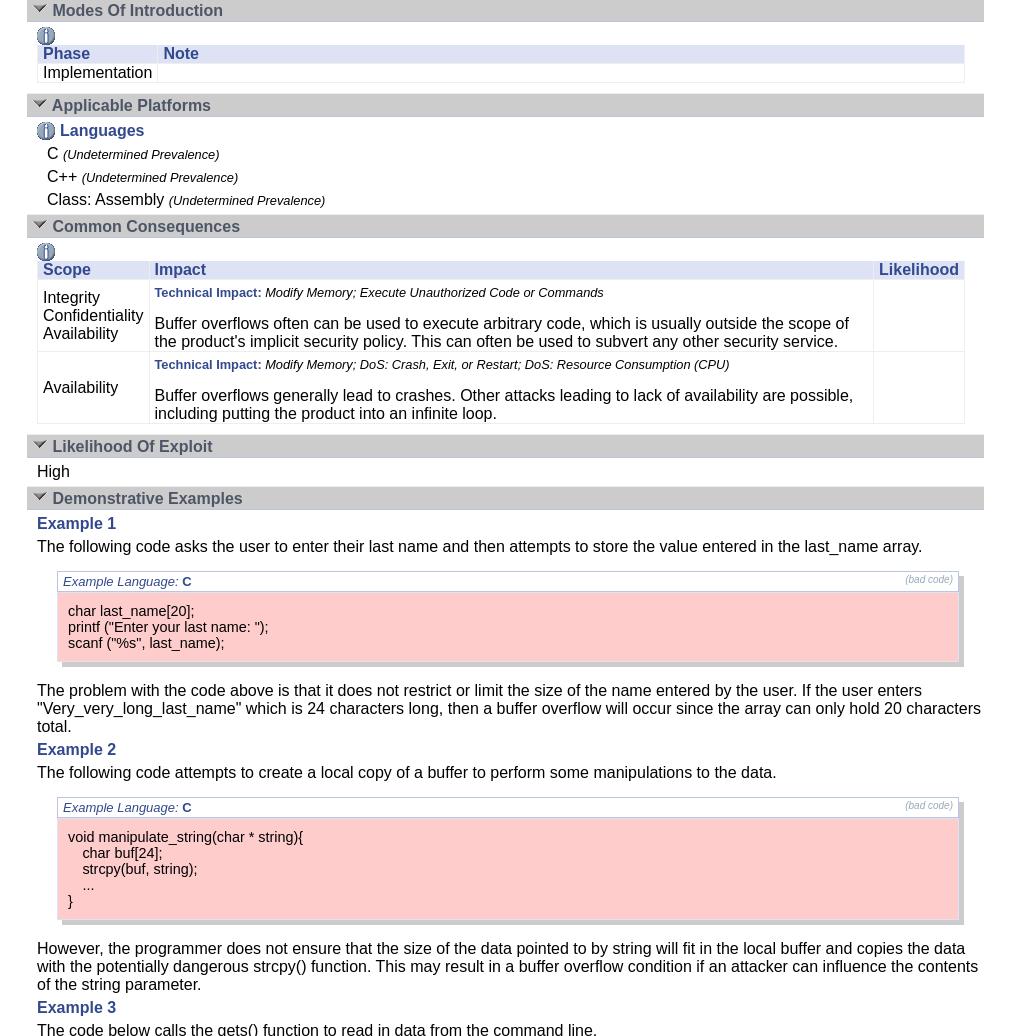 Image resolution: width=1020 pixels, height=1036 pixels. Describe the element at coordinates (406, 772) in the screenshot. I see `'The following code attempts to create a local copy of a buffer to perform some manipulations to the data.'` at that location.